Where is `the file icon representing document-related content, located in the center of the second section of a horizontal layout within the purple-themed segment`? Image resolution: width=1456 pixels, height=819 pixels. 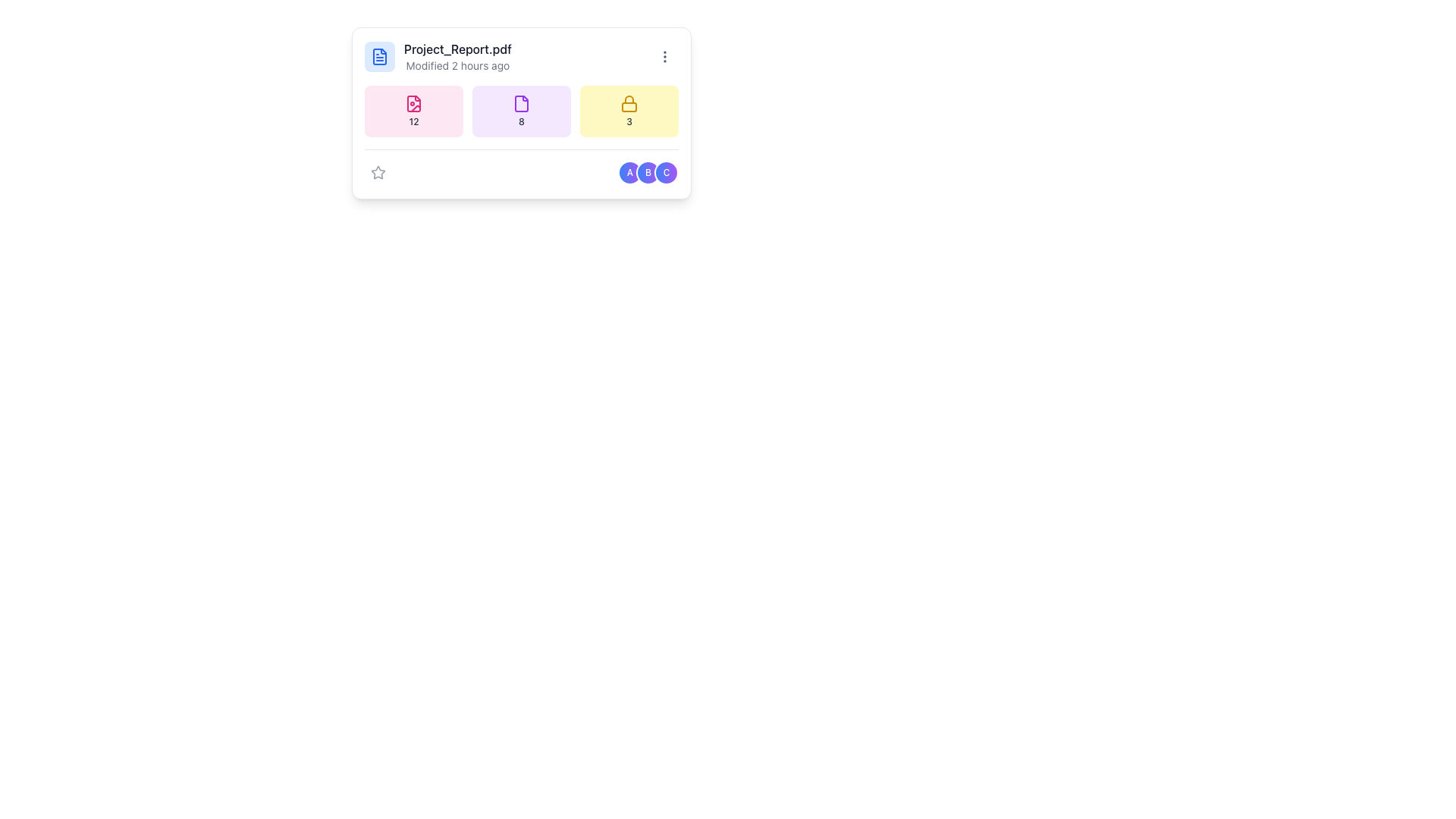 the file icon representing document-related content, located in the center of the second section of a horizontal layout within the purple-themed segment is located at coordinates (521, 103).